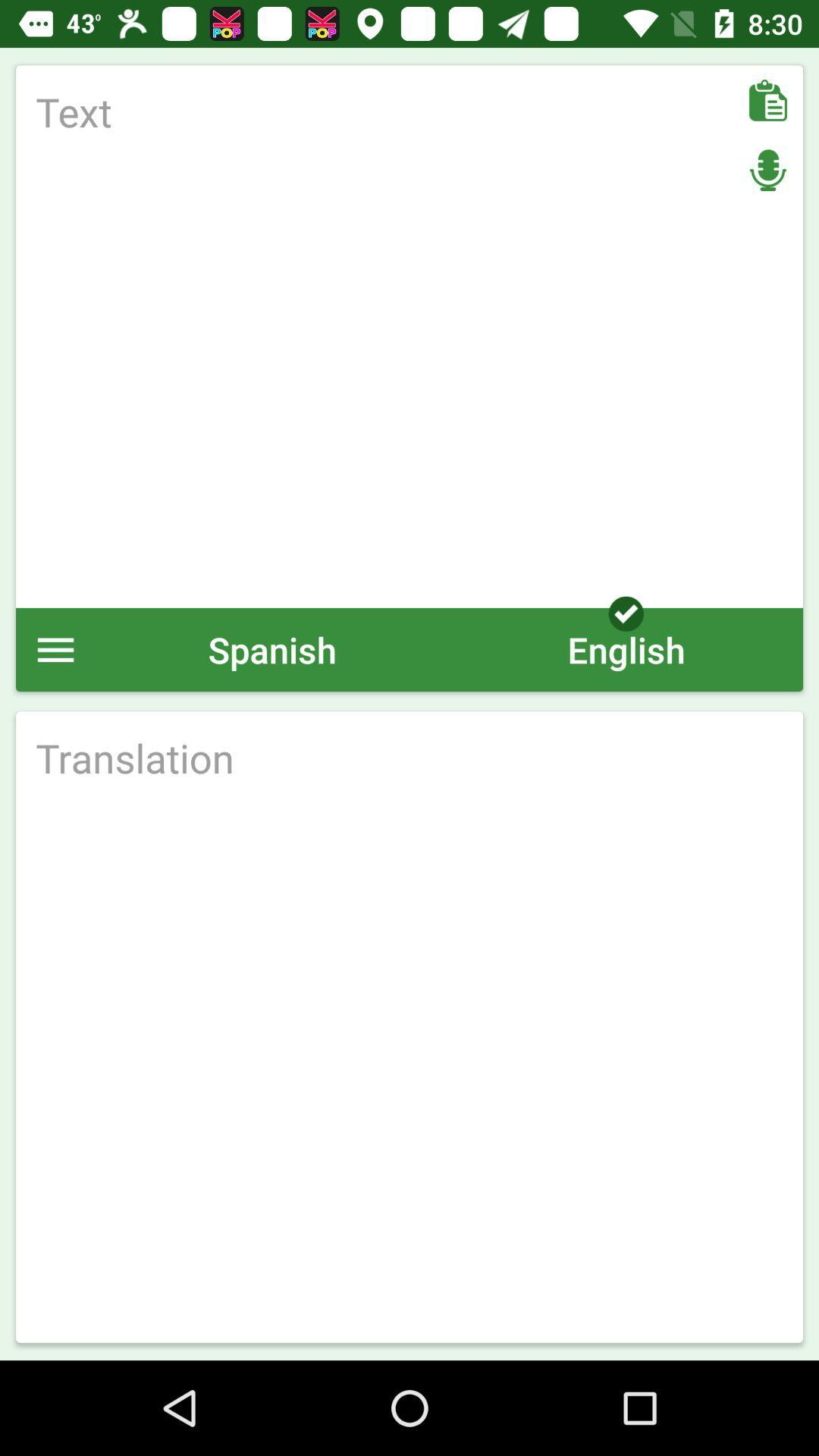 The width and height of the screenshot is (819, 1456). I want to click on icon next to spanish icon, so click(626, 649).